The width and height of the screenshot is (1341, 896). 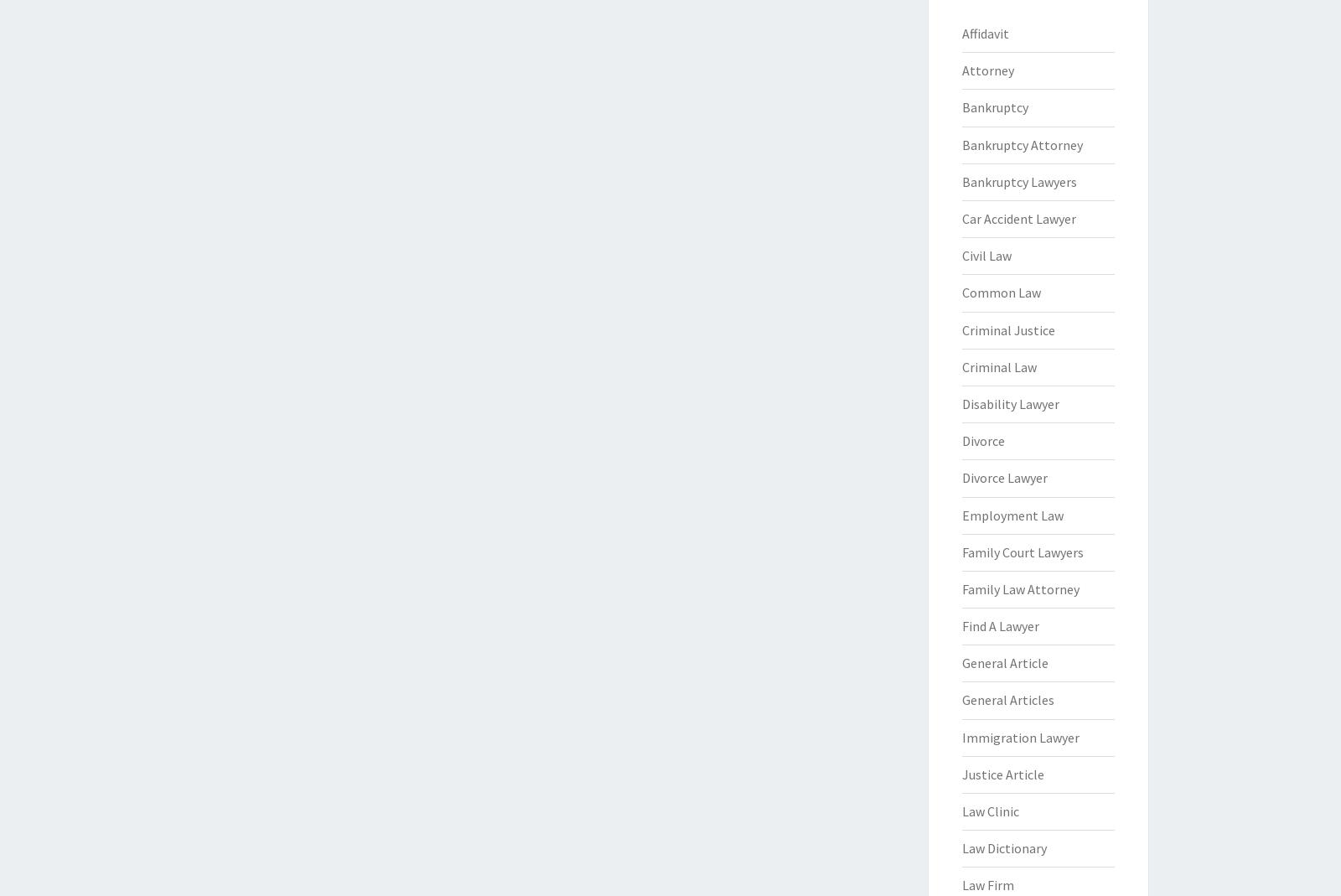 What do you see at coordinates (987, 70) in the screenshot?
I see `'Attorney'` at bounding box center [987, 70].